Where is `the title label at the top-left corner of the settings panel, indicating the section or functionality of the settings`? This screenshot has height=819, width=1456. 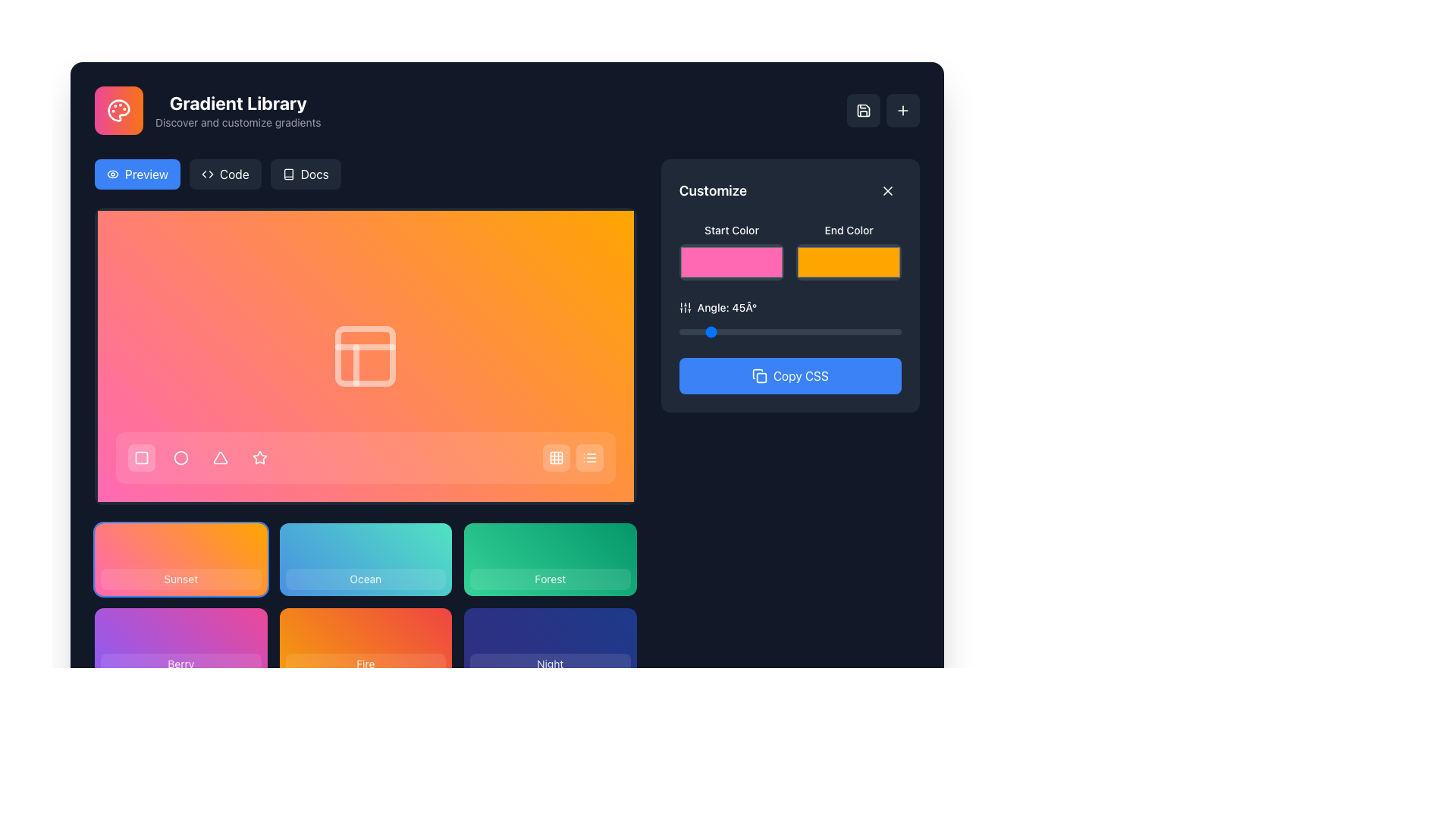
the title label at the top-left corner of the settings panel, indicating the section or functionality of the settings is located at coordinates (712, 190).